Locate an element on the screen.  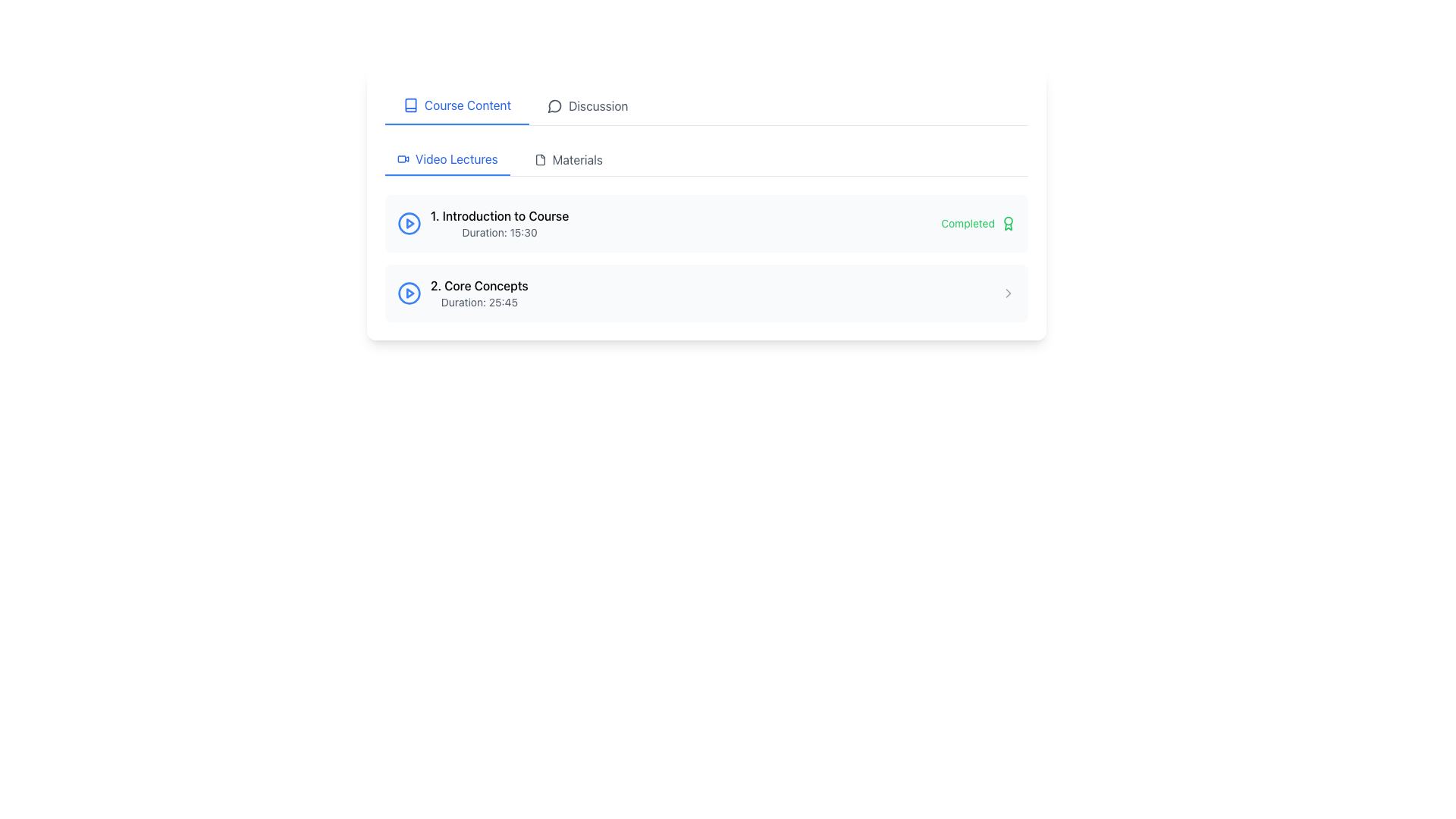
properties of the decorative graphic or SVG component part that is part of the video icon next to the text '1. Introduction to Course' is located at coordinates (409, 223).